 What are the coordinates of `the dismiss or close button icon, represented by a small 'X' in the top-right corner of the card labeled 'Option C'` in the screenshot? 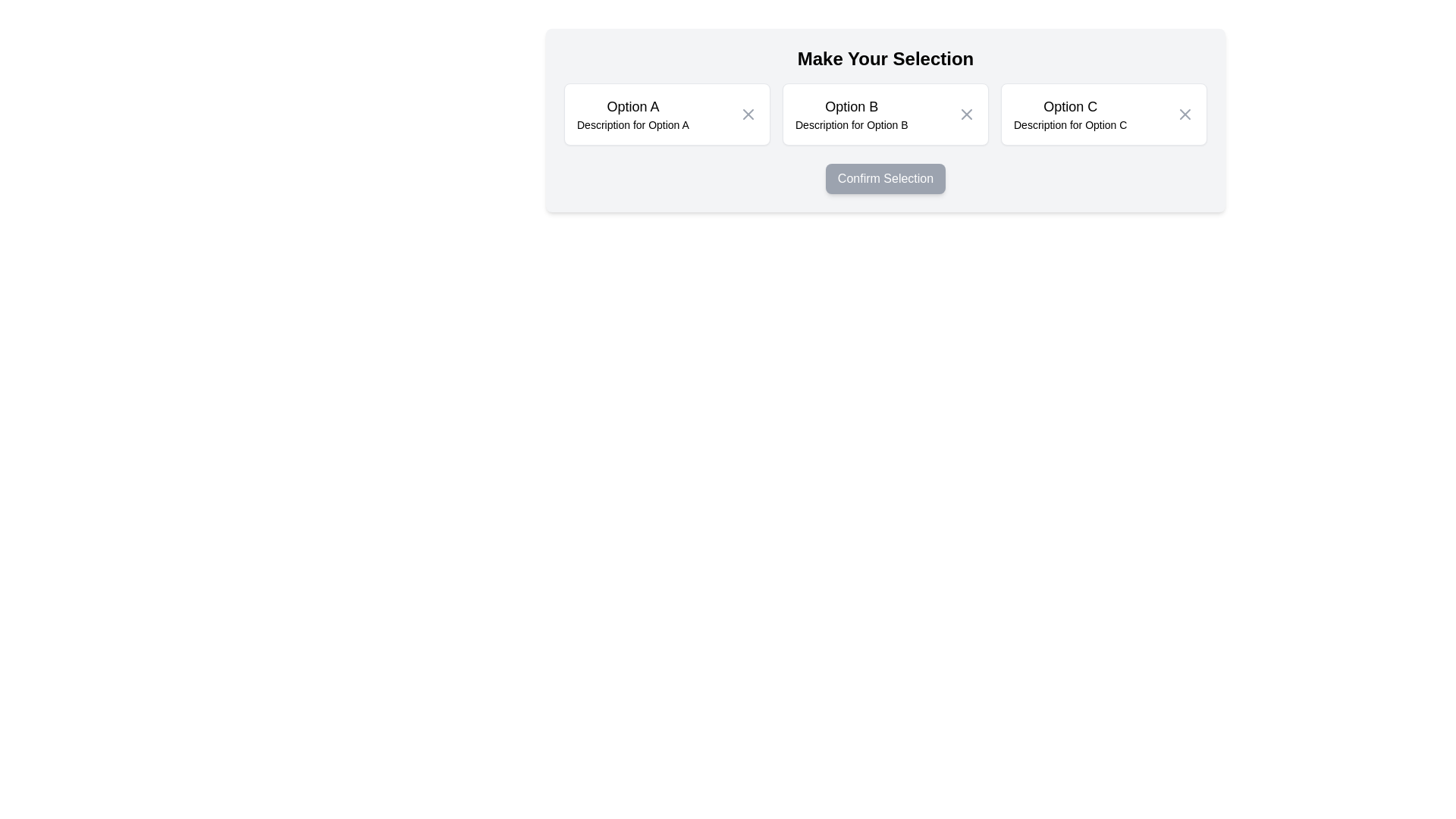 It's located at (1185, 113).